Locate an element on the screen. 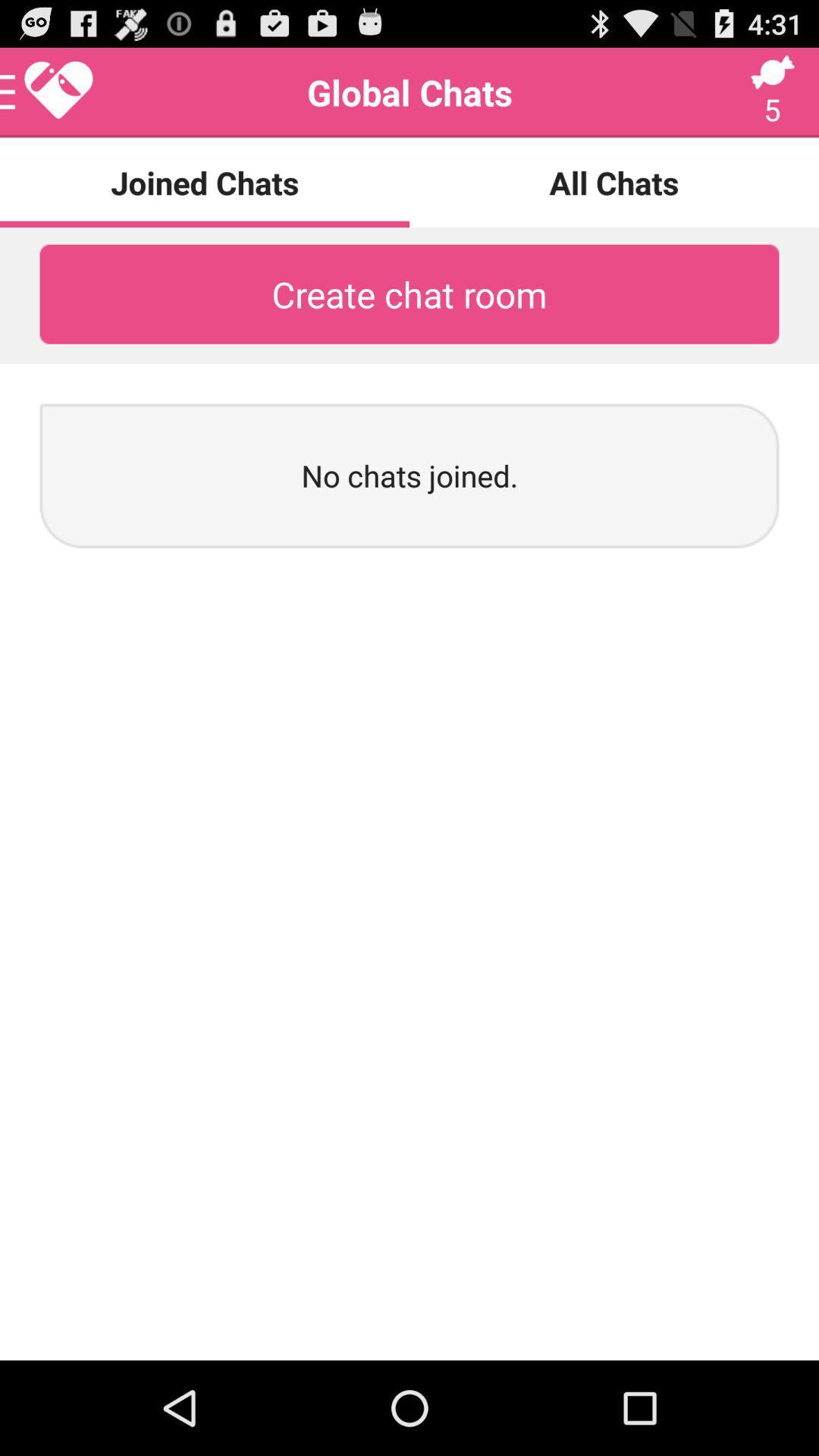  the create chat room icon is located at coordinates (409, 294).